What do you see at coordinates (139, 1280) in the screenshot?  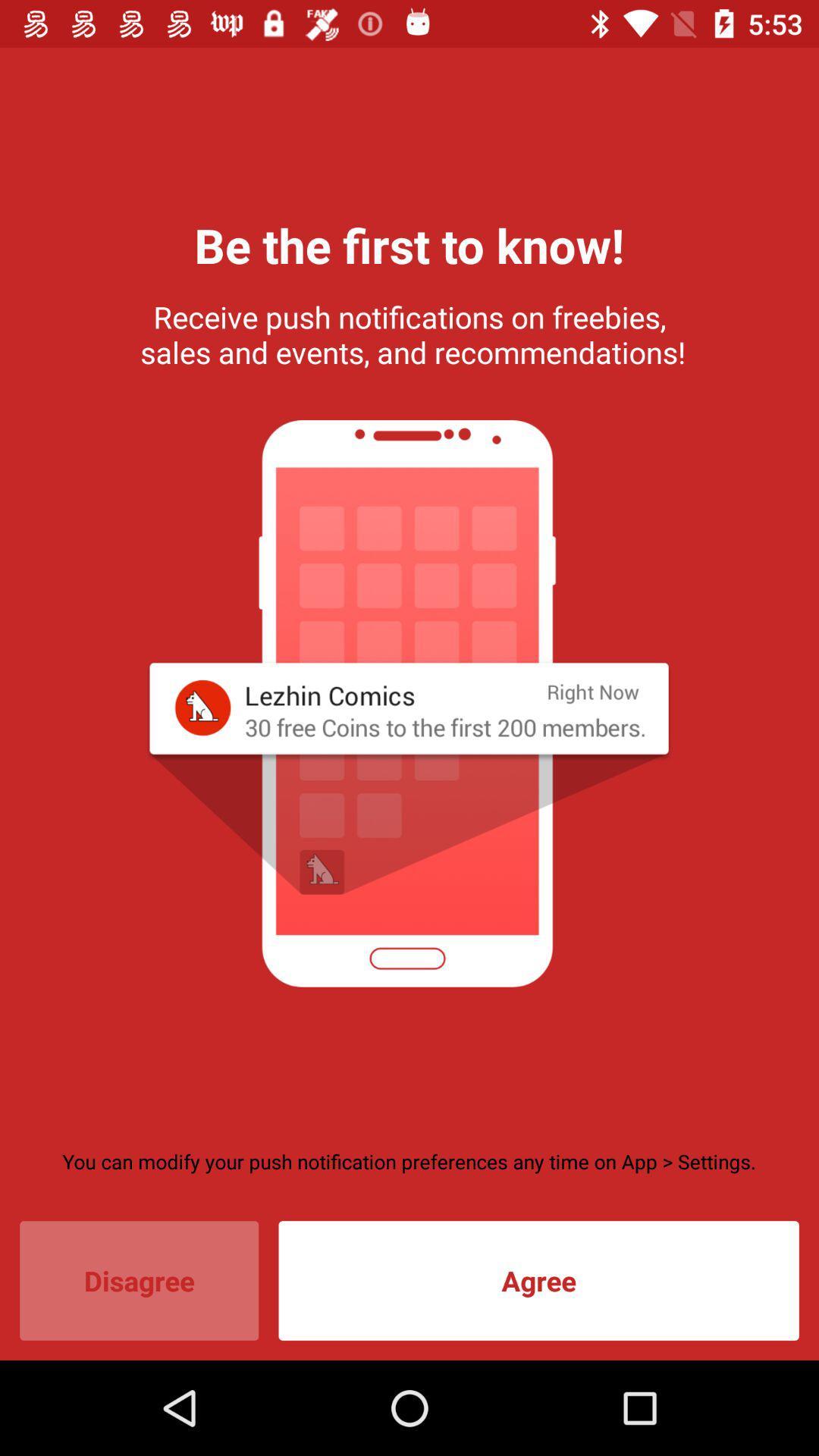 I see `disagree icon` at bounding box center [139, 1280].